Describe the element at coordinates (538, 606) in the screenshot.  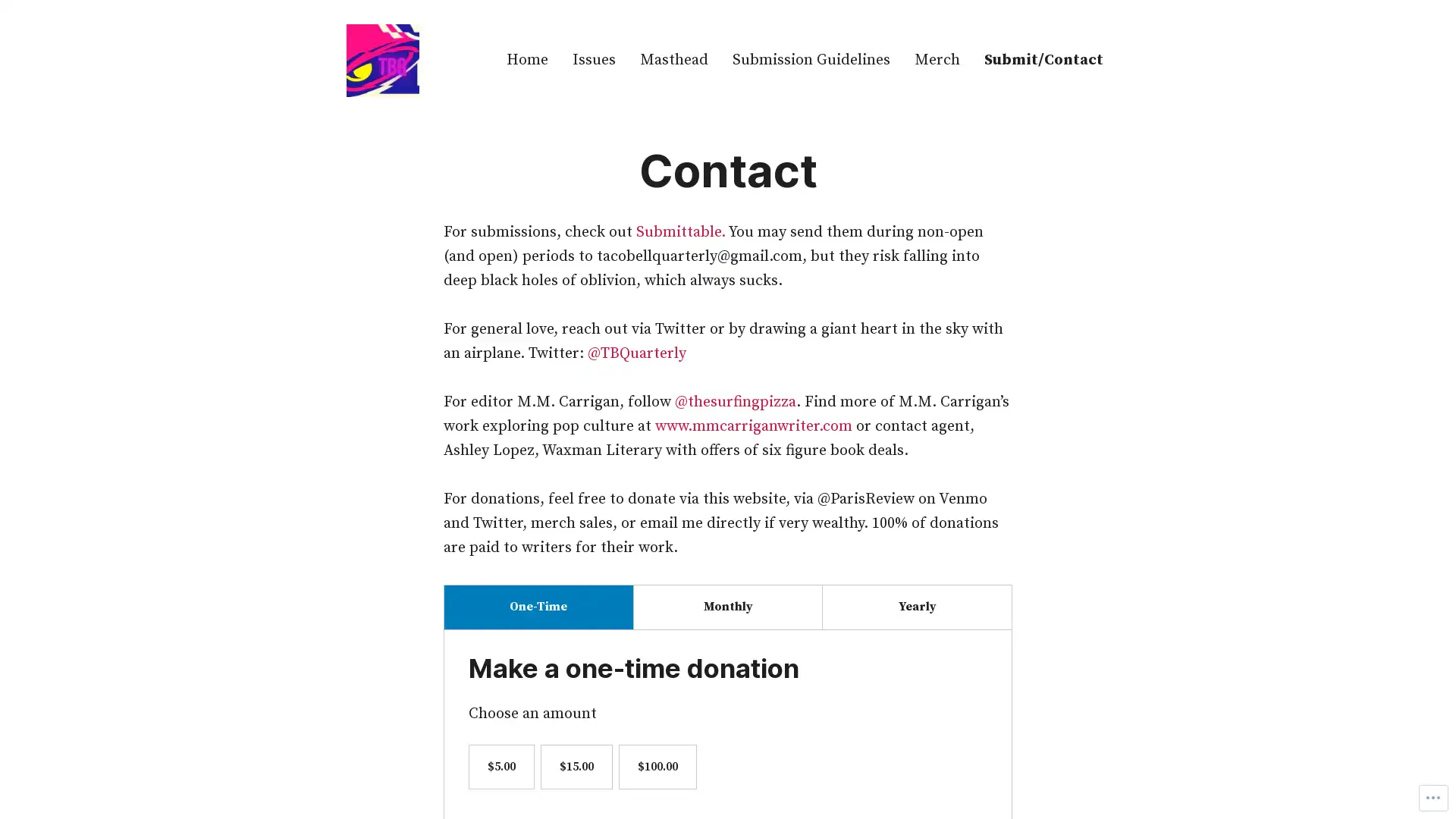
I see `One-Time` at that location.